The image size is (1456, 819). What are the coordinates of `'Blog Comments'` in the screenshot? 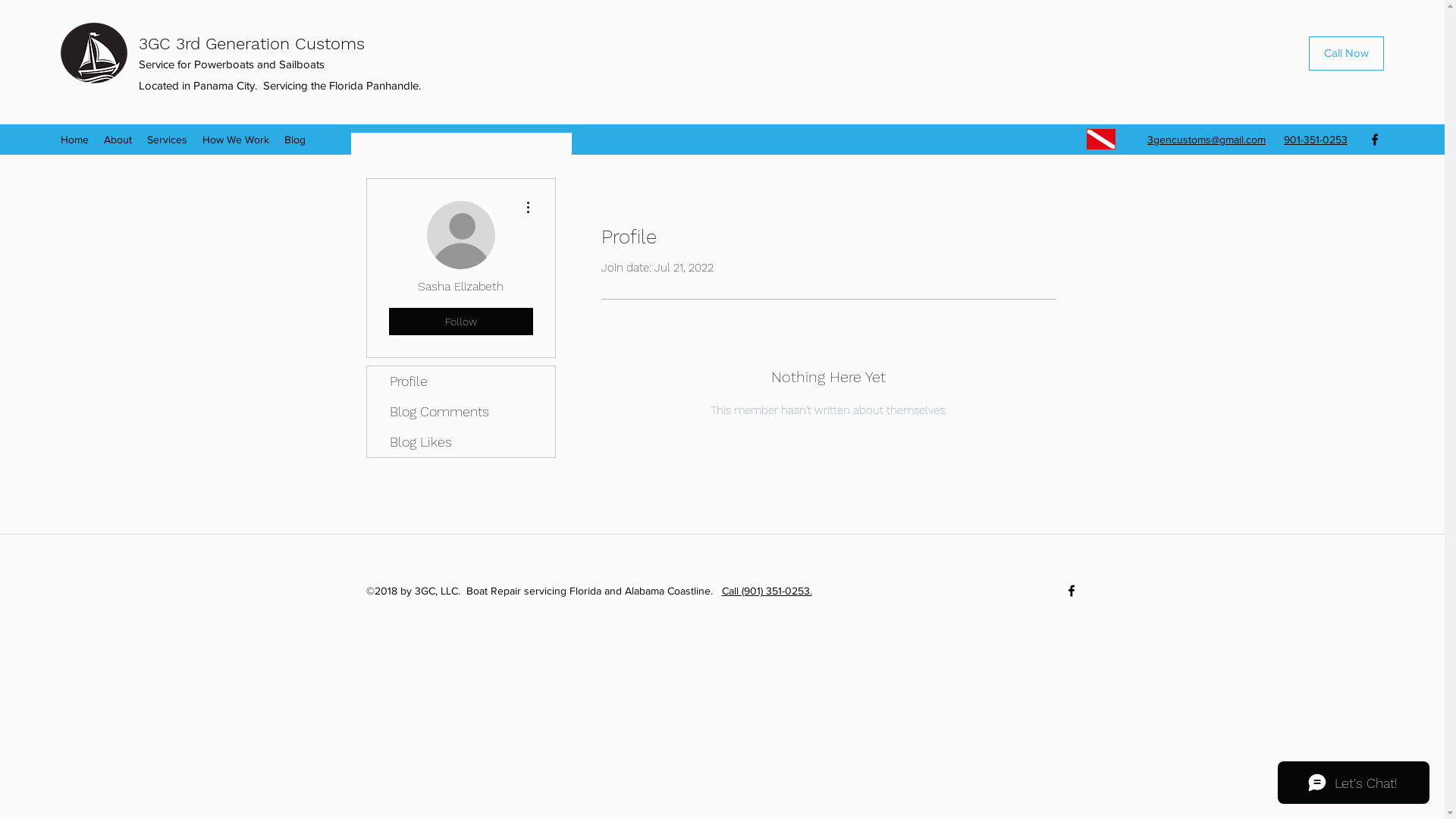 It's located at (460, 412).